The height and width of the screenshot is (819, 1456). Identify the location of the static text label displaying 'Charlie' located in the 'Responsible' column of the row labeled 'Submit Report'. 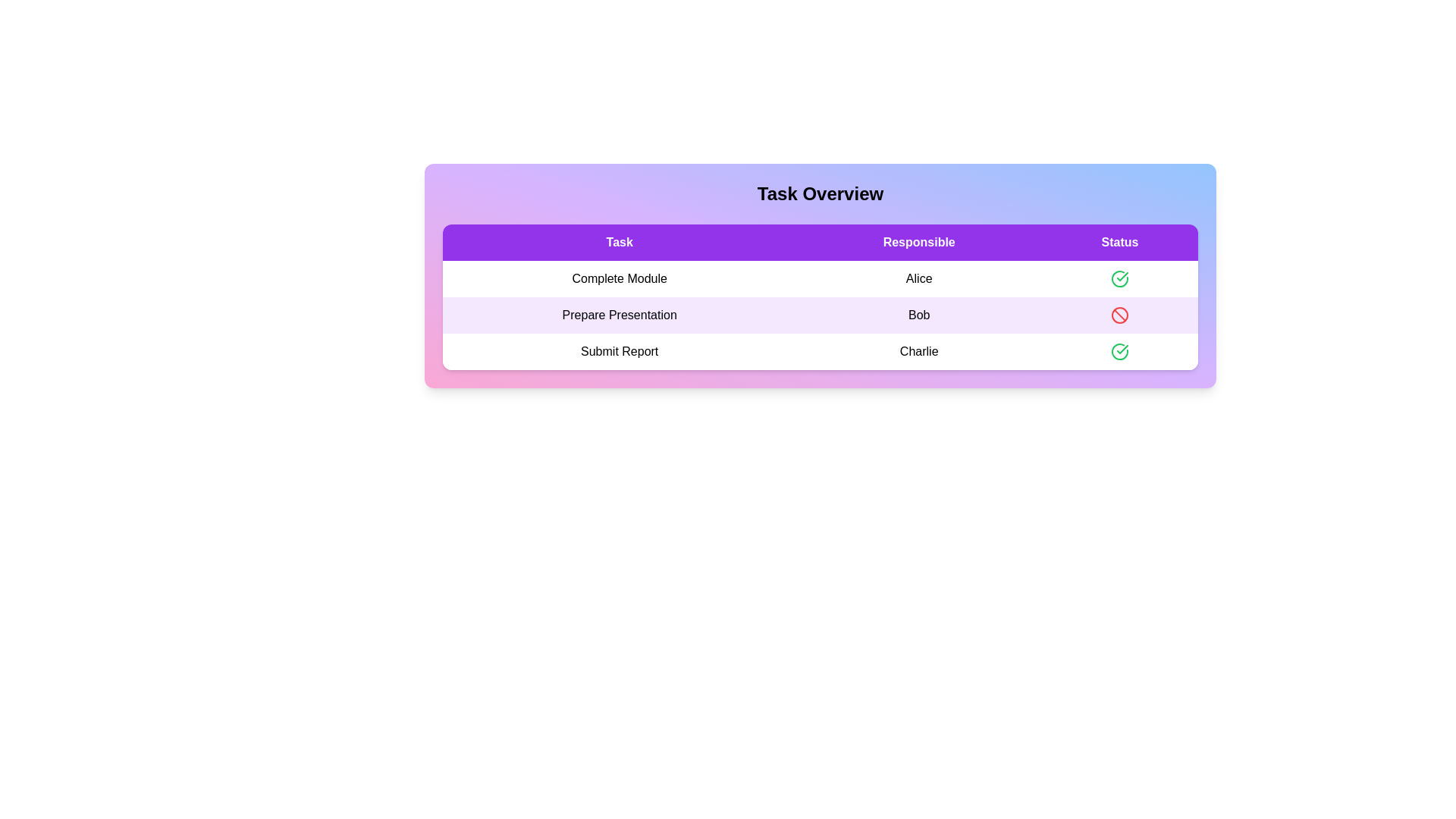
(918, 351).